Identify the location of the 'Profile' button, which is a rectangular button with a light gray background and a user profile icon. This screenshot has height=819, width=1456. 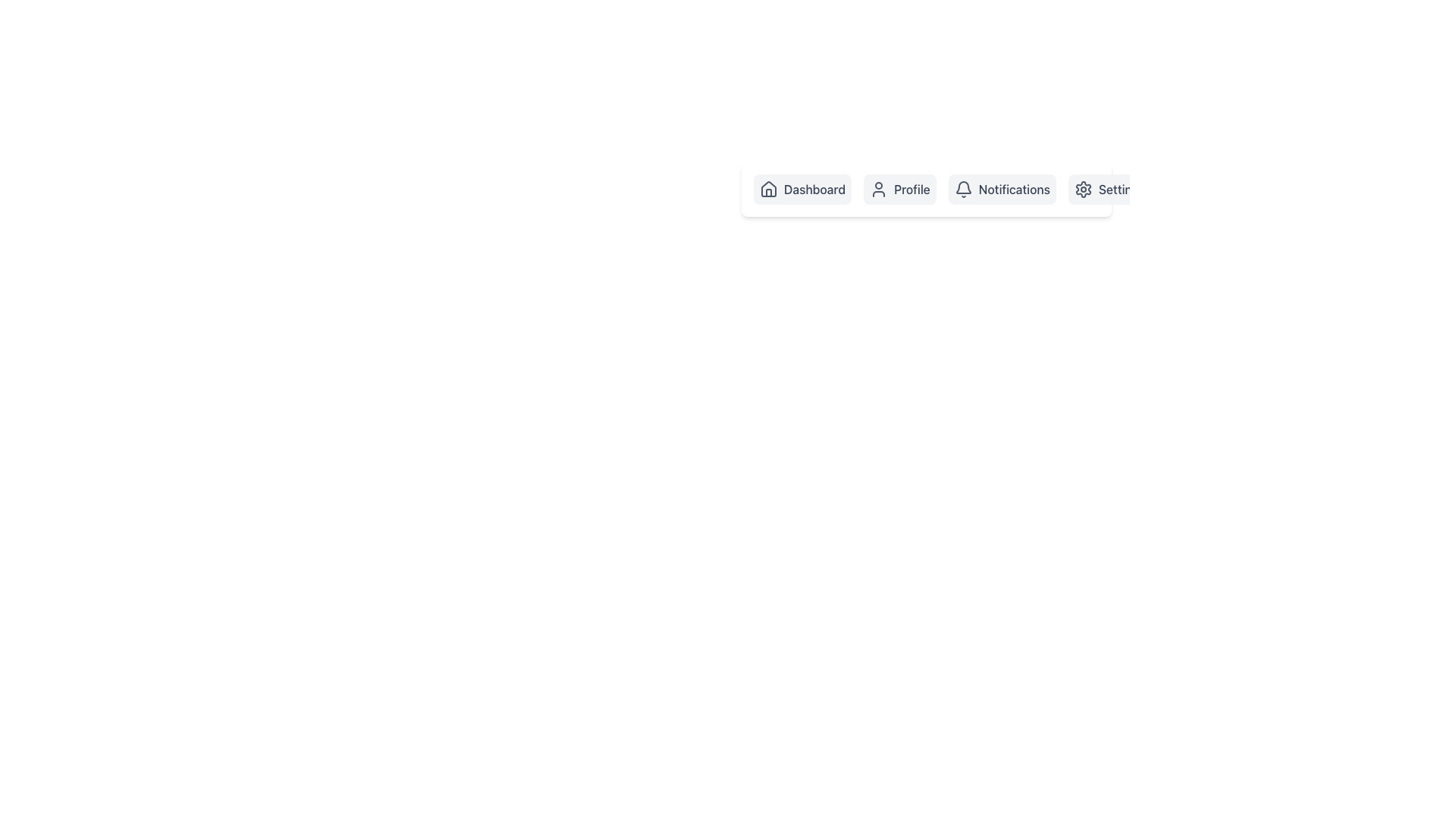
(899, 189).